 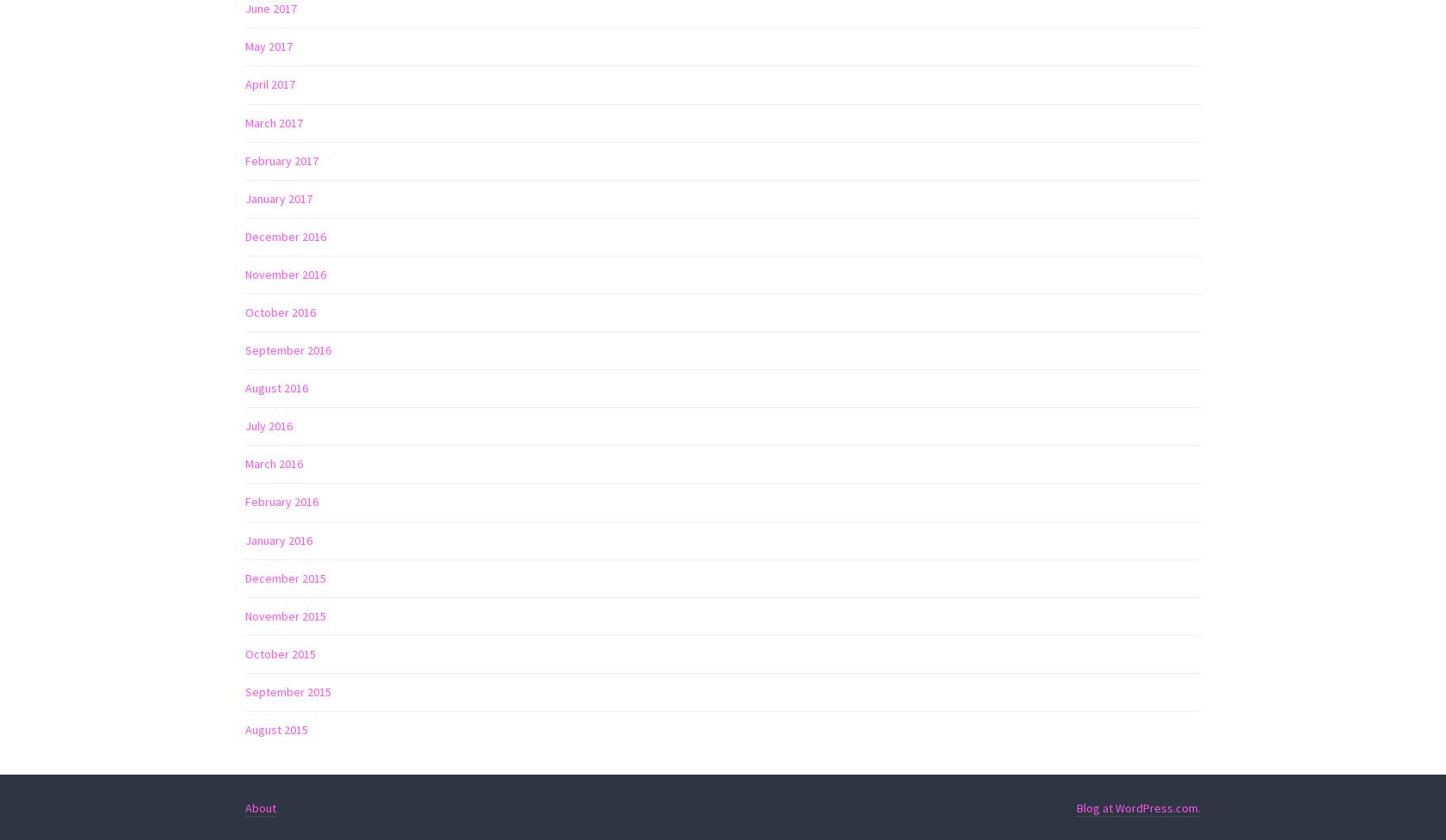 I want to click on 'February 2017', so click(x=281, y=159).